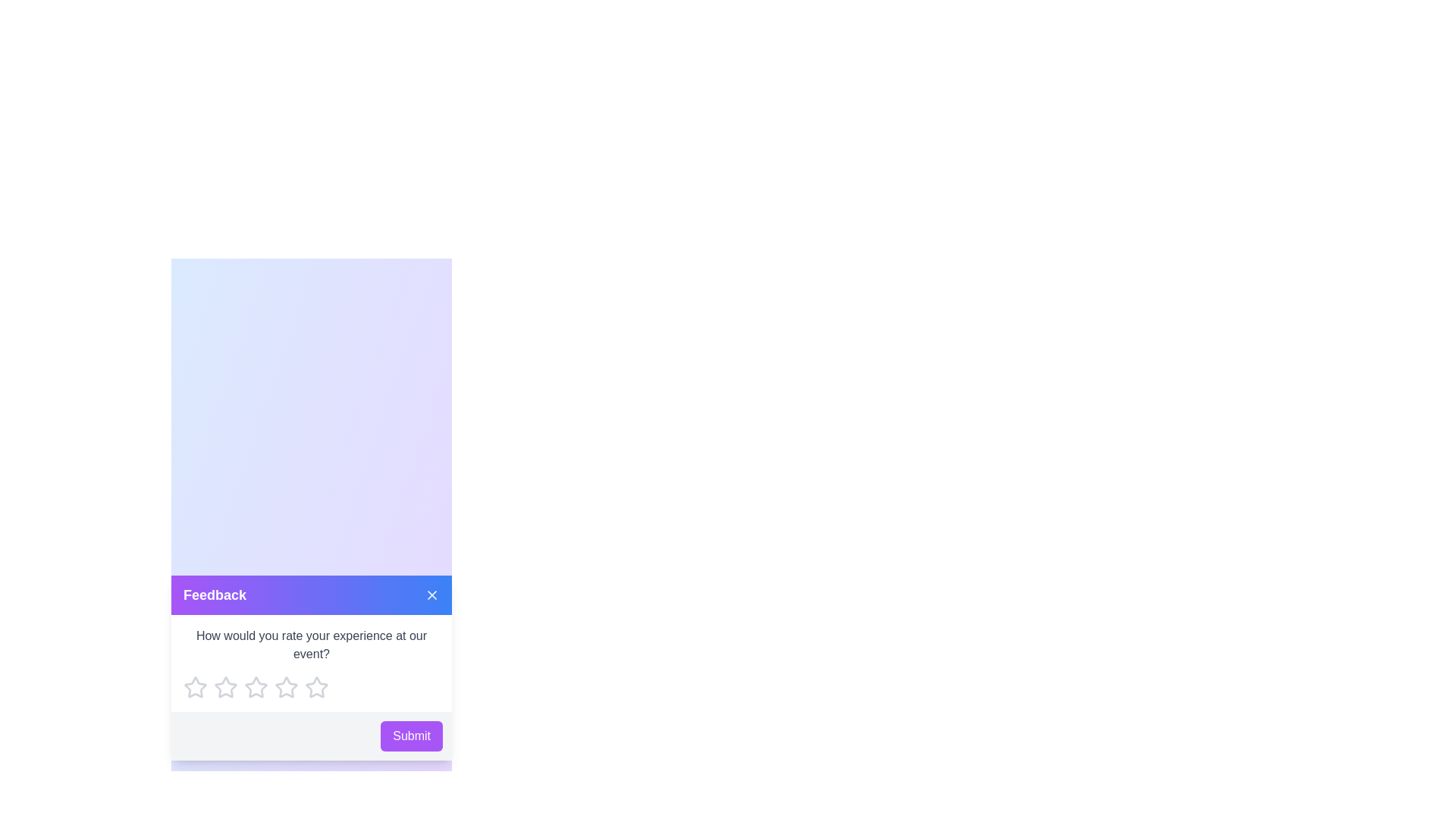 Image resolution: width=1456 pixels, height=819 pixels. Describe the element at coordinates (412, 736) in the screenshot. I see `the purple 'Submit' button with white text to observe the hover effects` at that location.